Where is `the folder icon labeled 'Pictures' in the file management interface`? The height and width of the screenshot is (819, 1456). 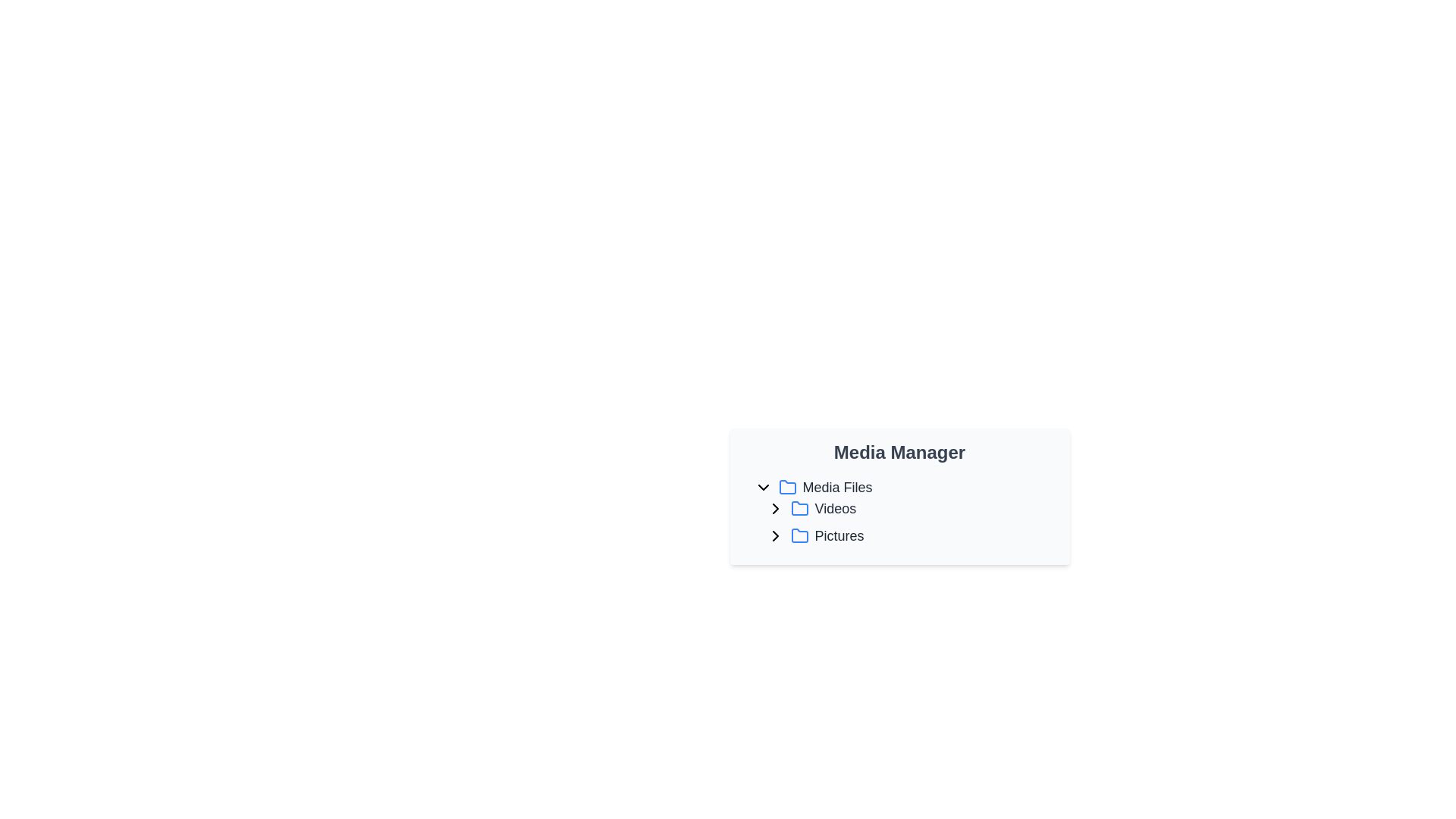 the folder icon labeled 'Pictures' in the file management interface is located at coordinates (799, 535).